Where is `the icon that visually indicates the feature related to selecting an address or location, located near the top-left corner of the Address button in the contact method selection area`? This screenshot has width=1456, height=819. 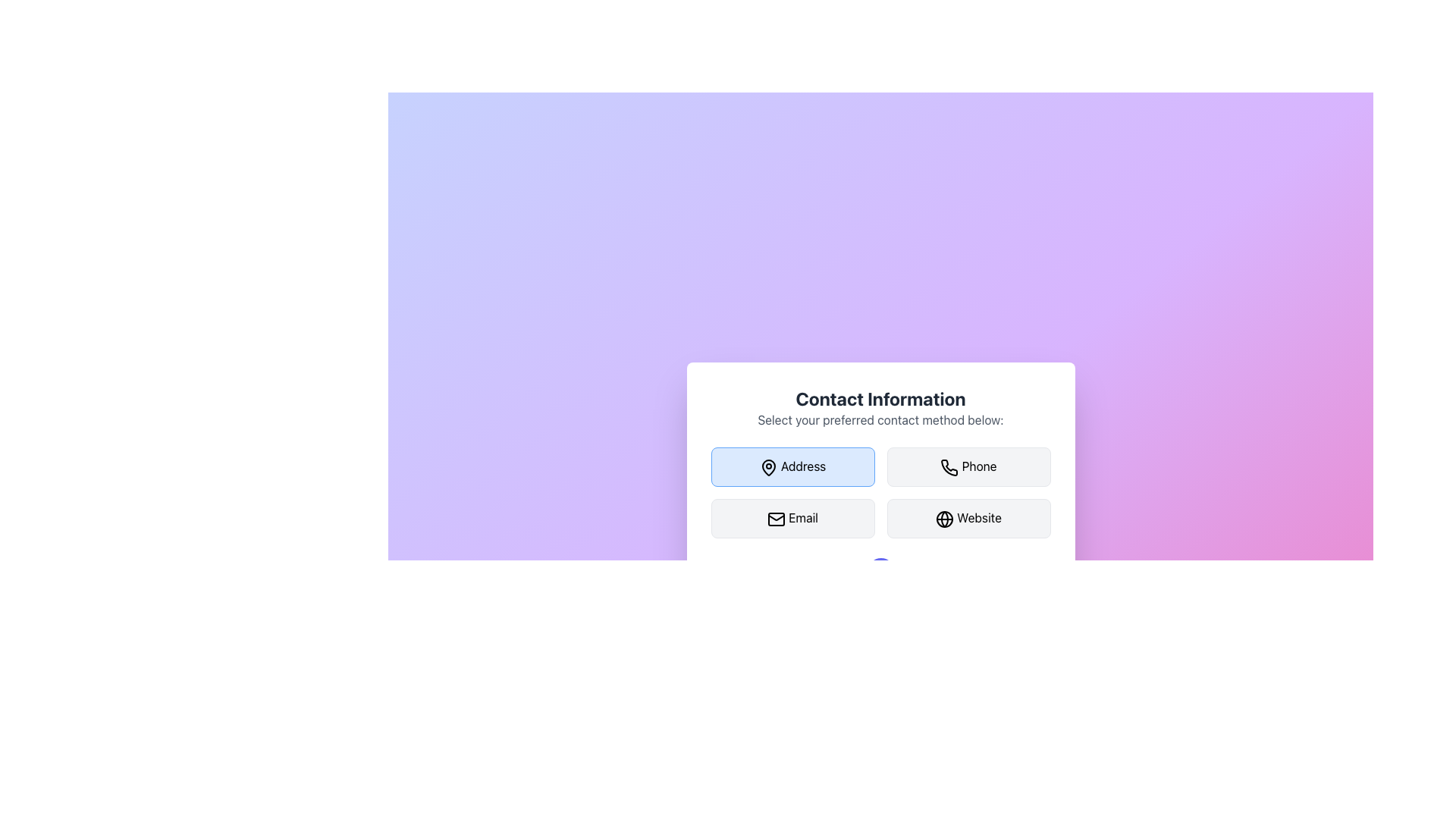 the icon that visually indicates the feature related to selecting an address or location, located near the top-left corner of the Address button in the contact method selection area is located at coordinates (768, 467).